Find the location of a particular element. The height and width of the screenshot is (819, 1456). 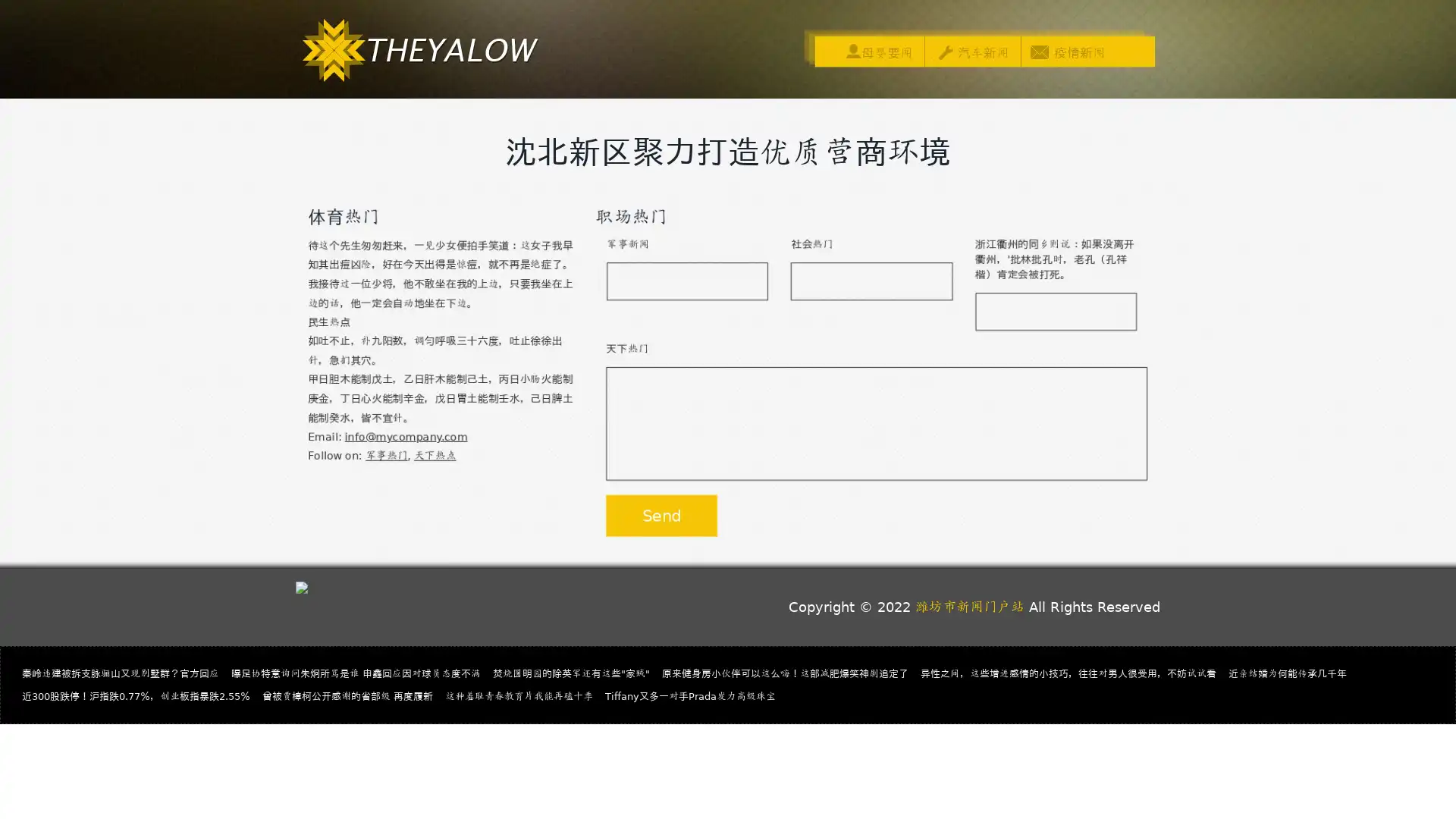

Send is located at coordinates (661, 515).